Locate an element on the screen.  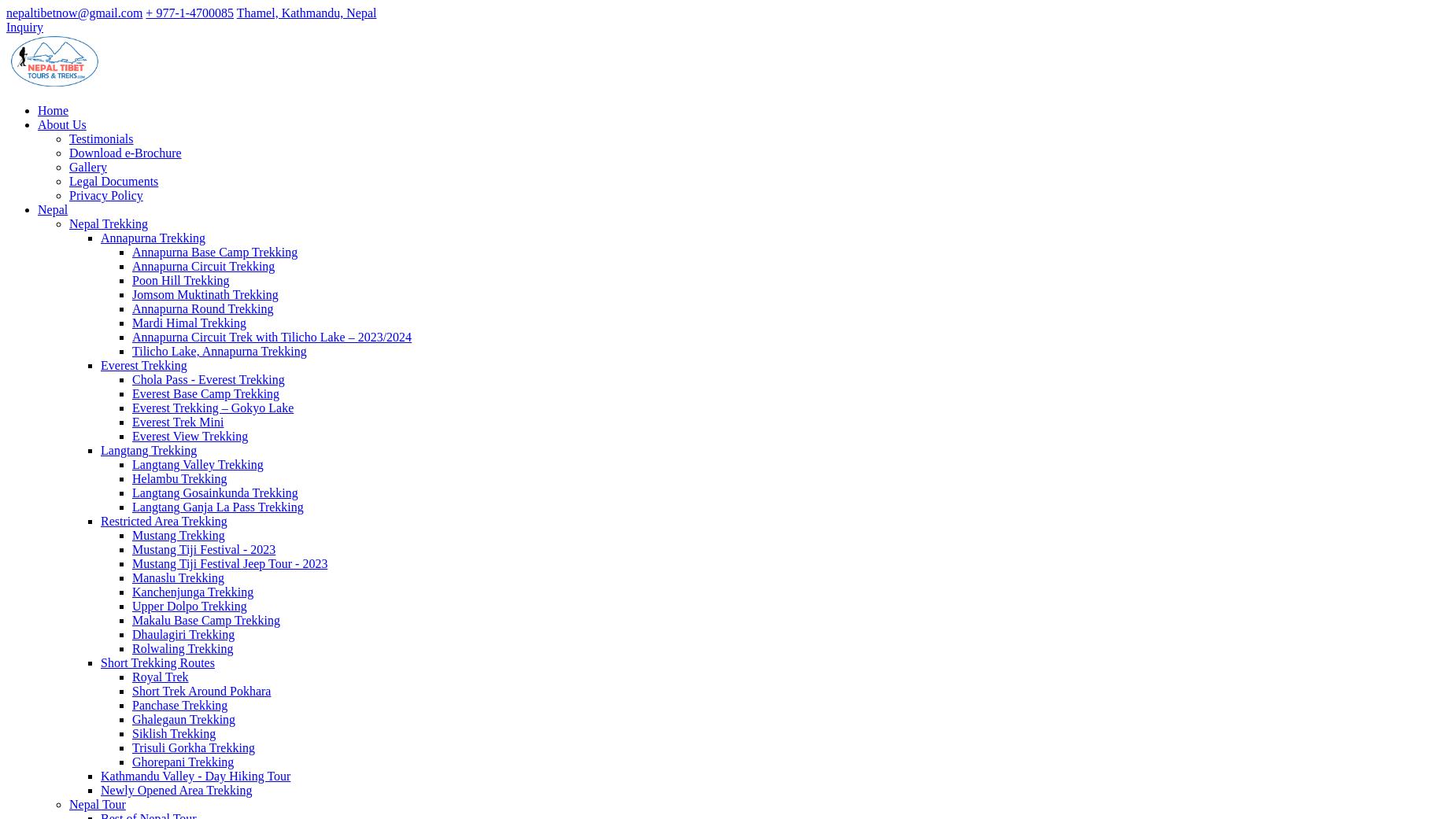
'Rolwaling Trekking' is located at coordinates (181, 648).